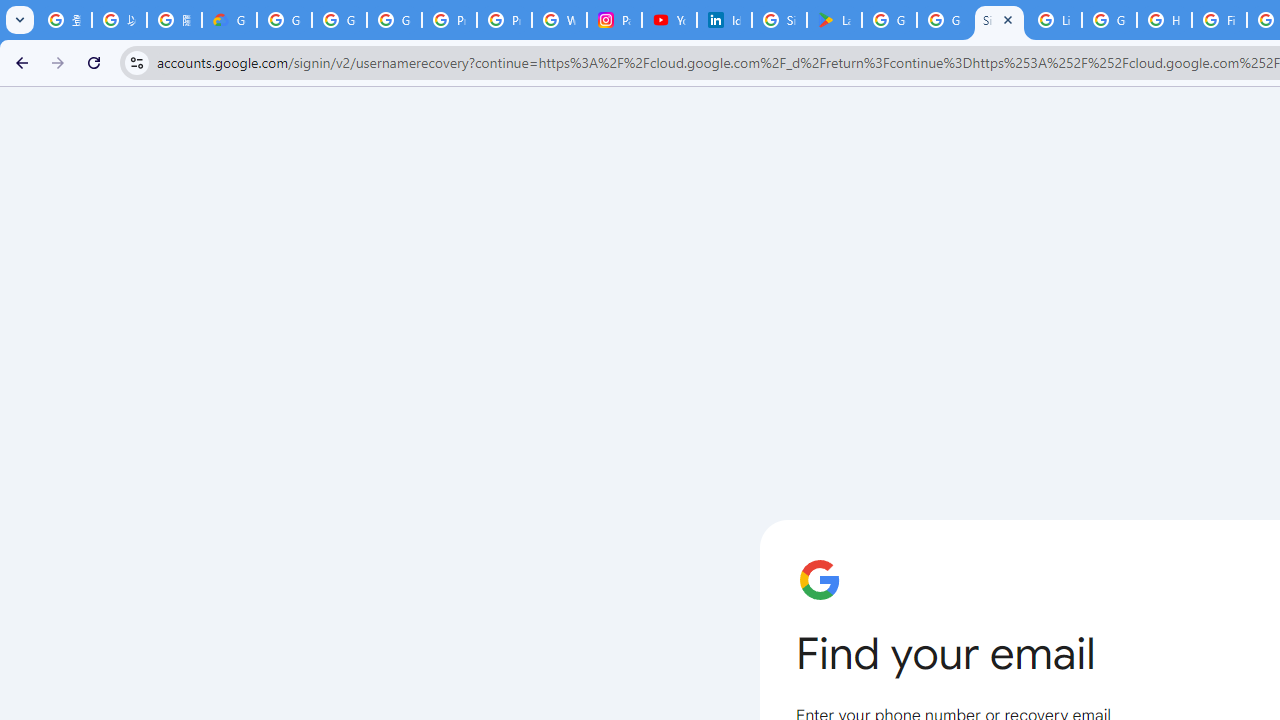  What do you see at coordinates (833, 20) in the screenshot?
I see `'Last Shelter: Survival - Apps on Google Play'` at bounding box center [833, 20].